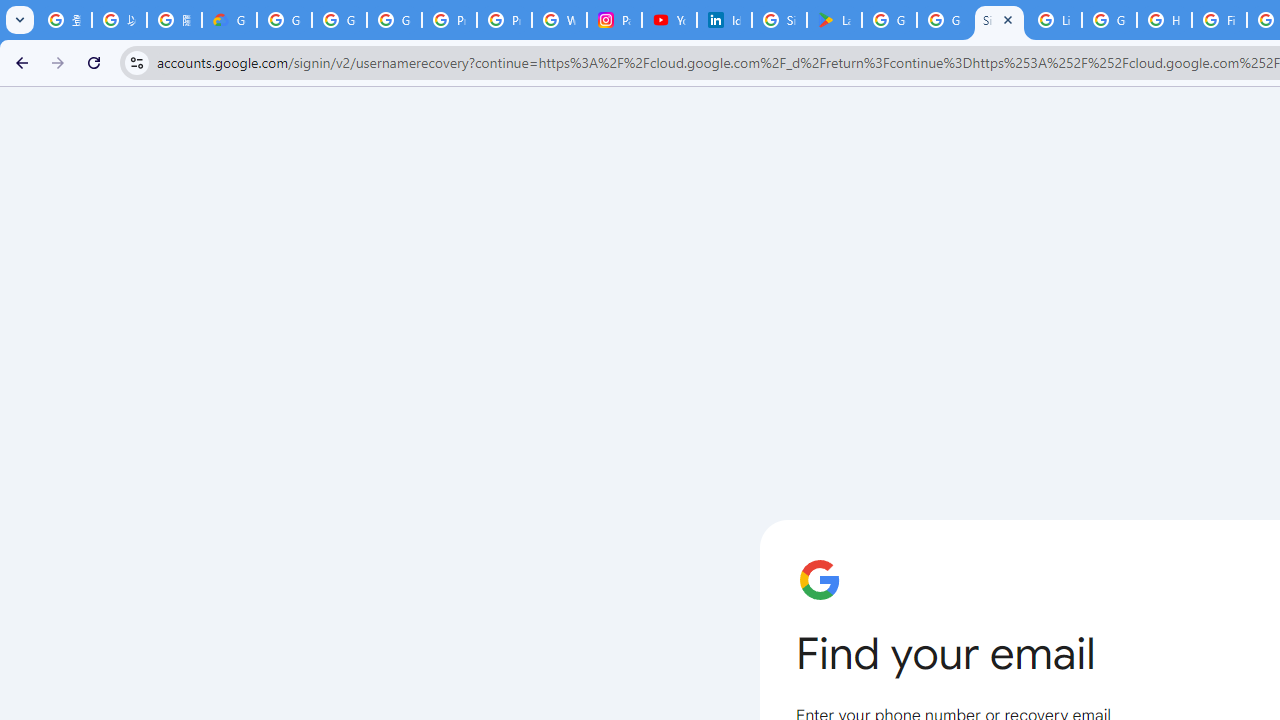  What do you see at coordinates (833, 20) in the screenshot?
I see `'Last Shelter: Survival - Apps on Google Play'` at bounding box center [833, 20].